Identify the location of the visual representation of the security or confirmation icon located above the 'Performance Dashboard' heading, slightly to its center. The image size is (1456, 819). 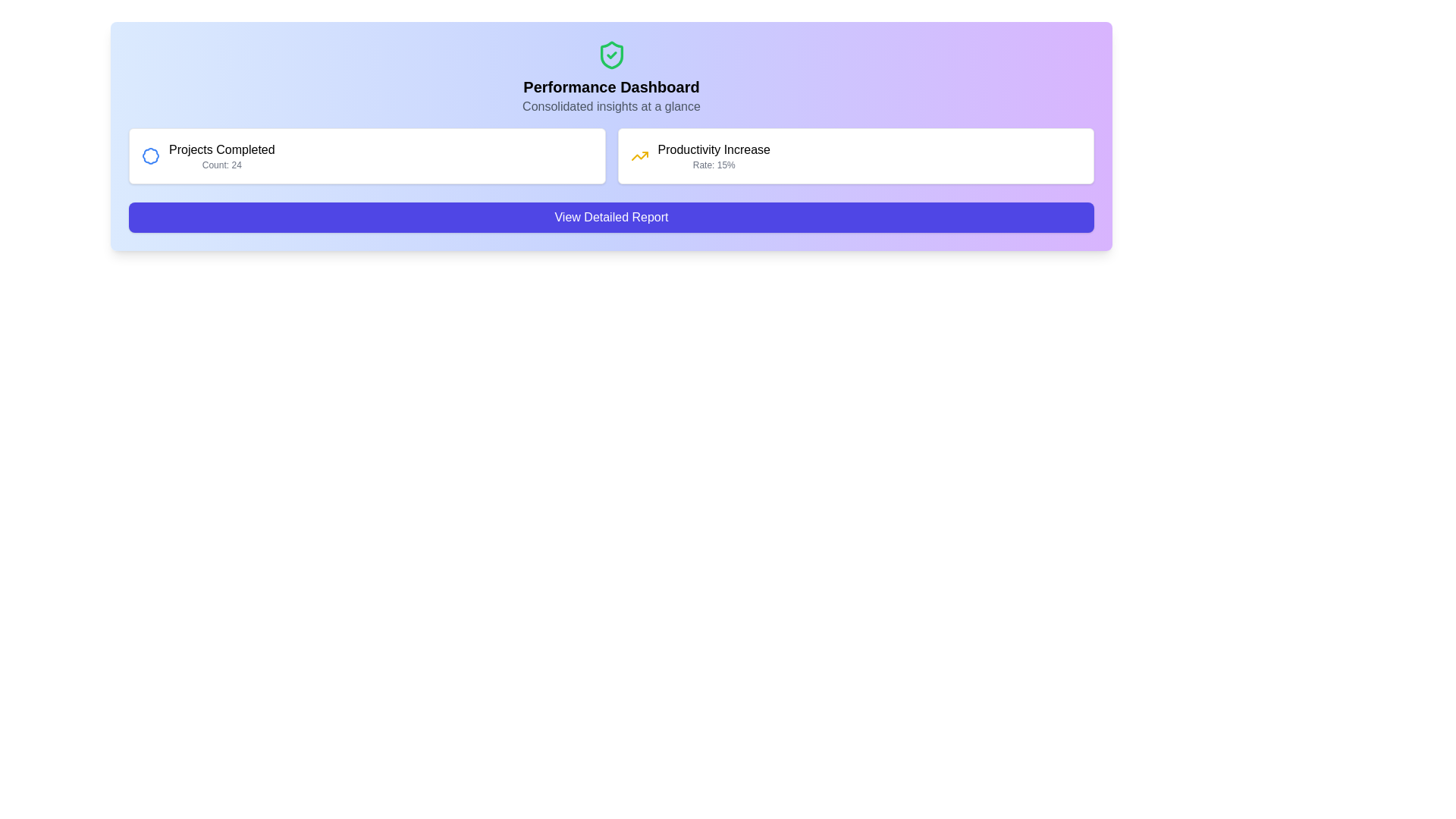
(611, 55).